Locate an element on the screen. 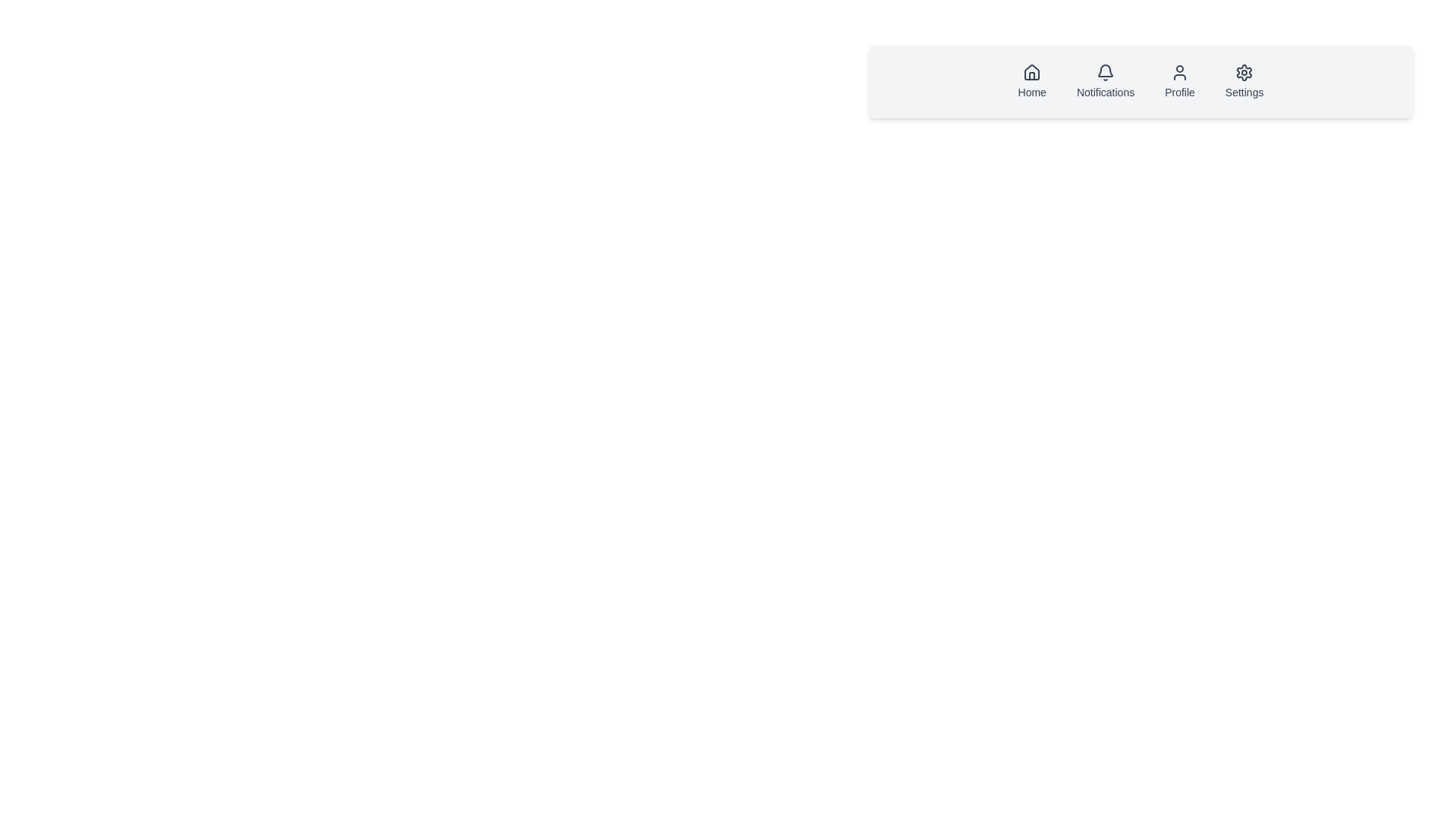  the 'Profile' button, which features a user profile icon above the text 'Profile' in dark gray, located in the navigation bar between 'Notifications' and 'Settings' is located at coordinates (1178, 82).